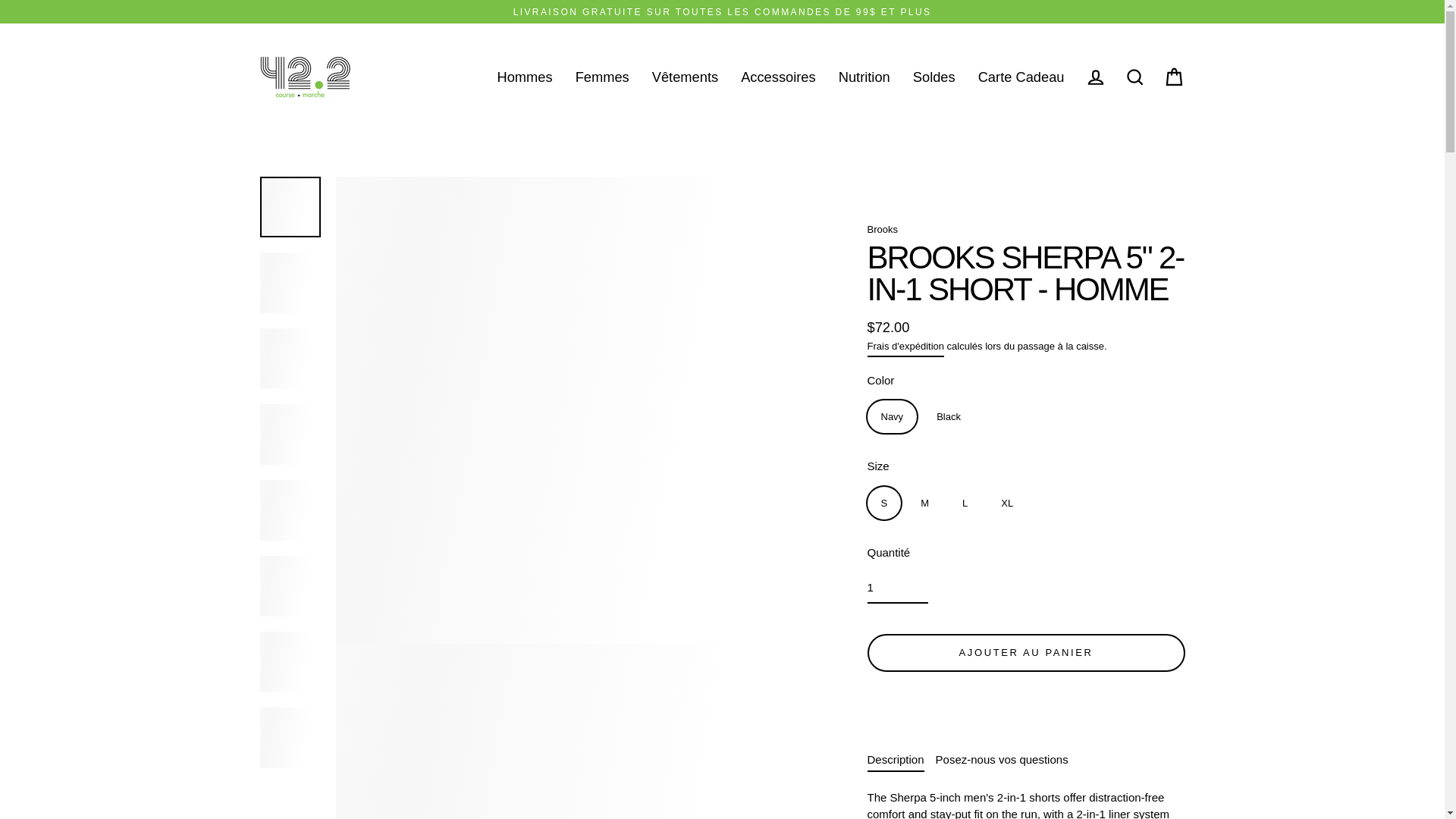 This screenshot has height=819, width=1456. What do you see at coordinates (524, 77) in the screenshot?
I see `'Hommes'` at bounding box center [524, 77].